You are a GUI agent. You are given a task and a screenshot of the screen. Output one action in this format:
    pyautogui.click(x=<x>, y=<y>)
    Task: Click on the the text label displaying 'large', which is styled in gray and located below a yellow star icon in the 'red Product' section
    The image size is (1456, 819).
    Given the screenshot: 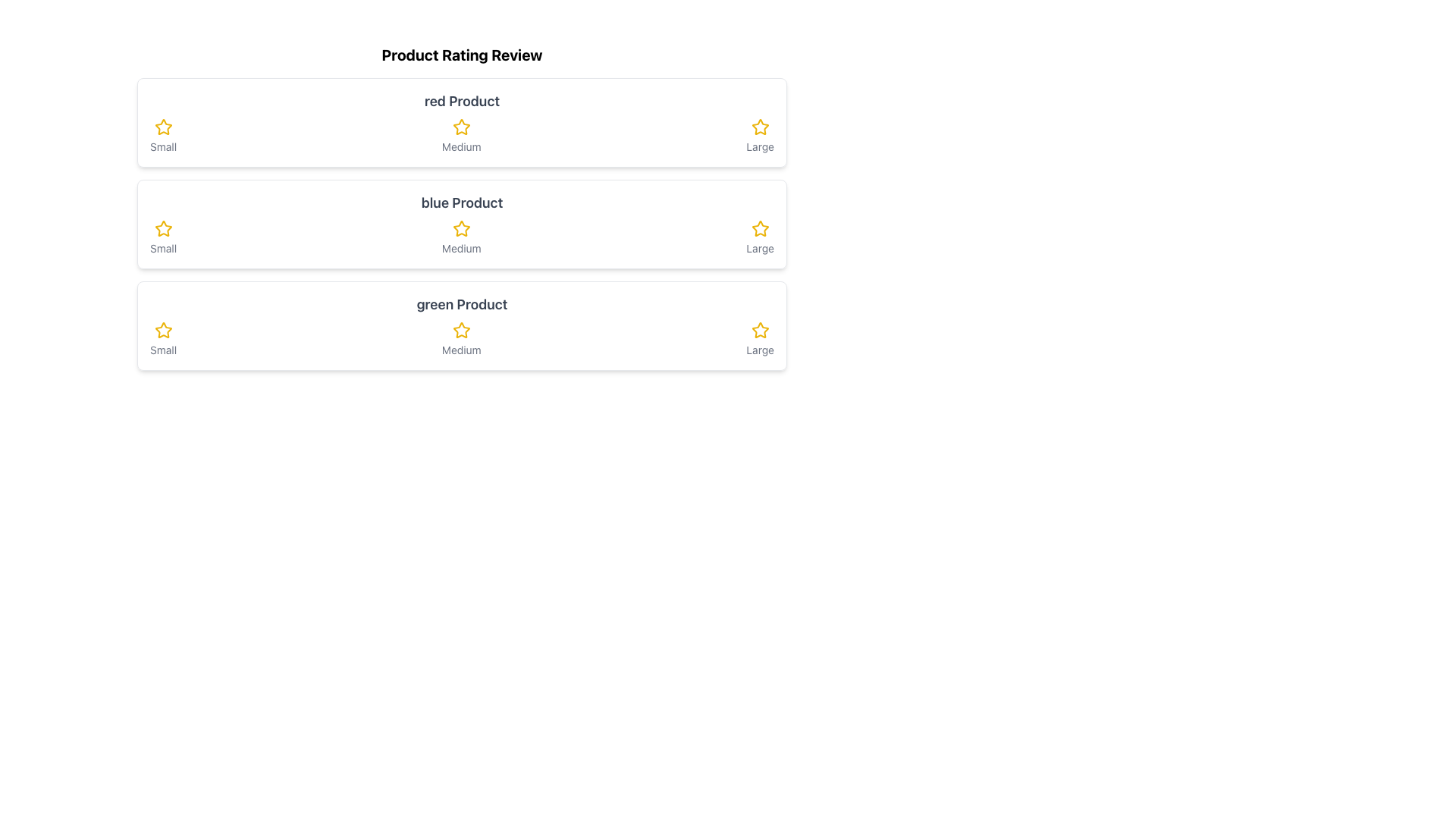 What is the action you would take?
    pyautogui.click(x=760, y=146)
    